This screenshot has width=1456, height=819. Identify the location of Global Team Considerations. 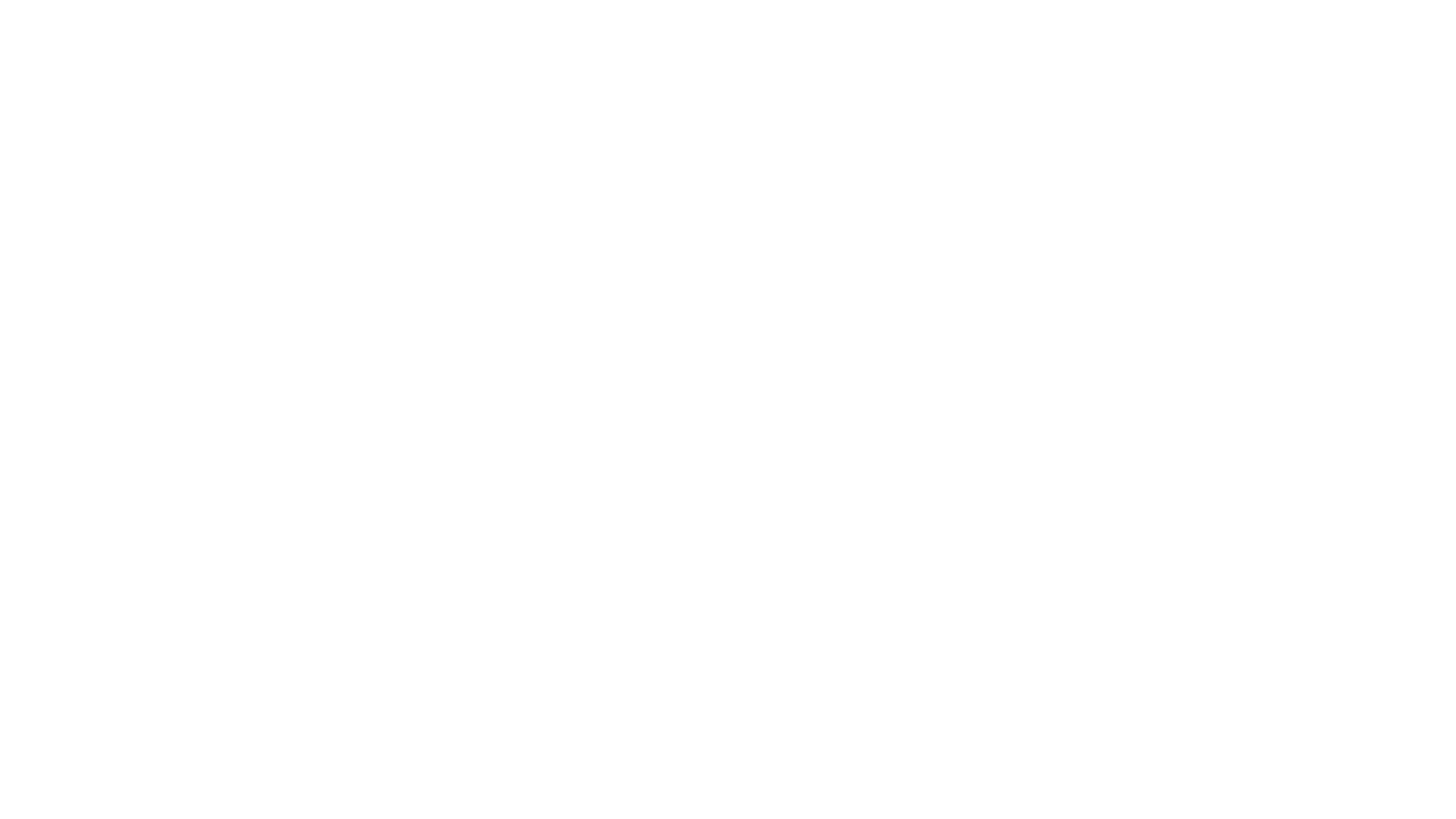
(728, 344).